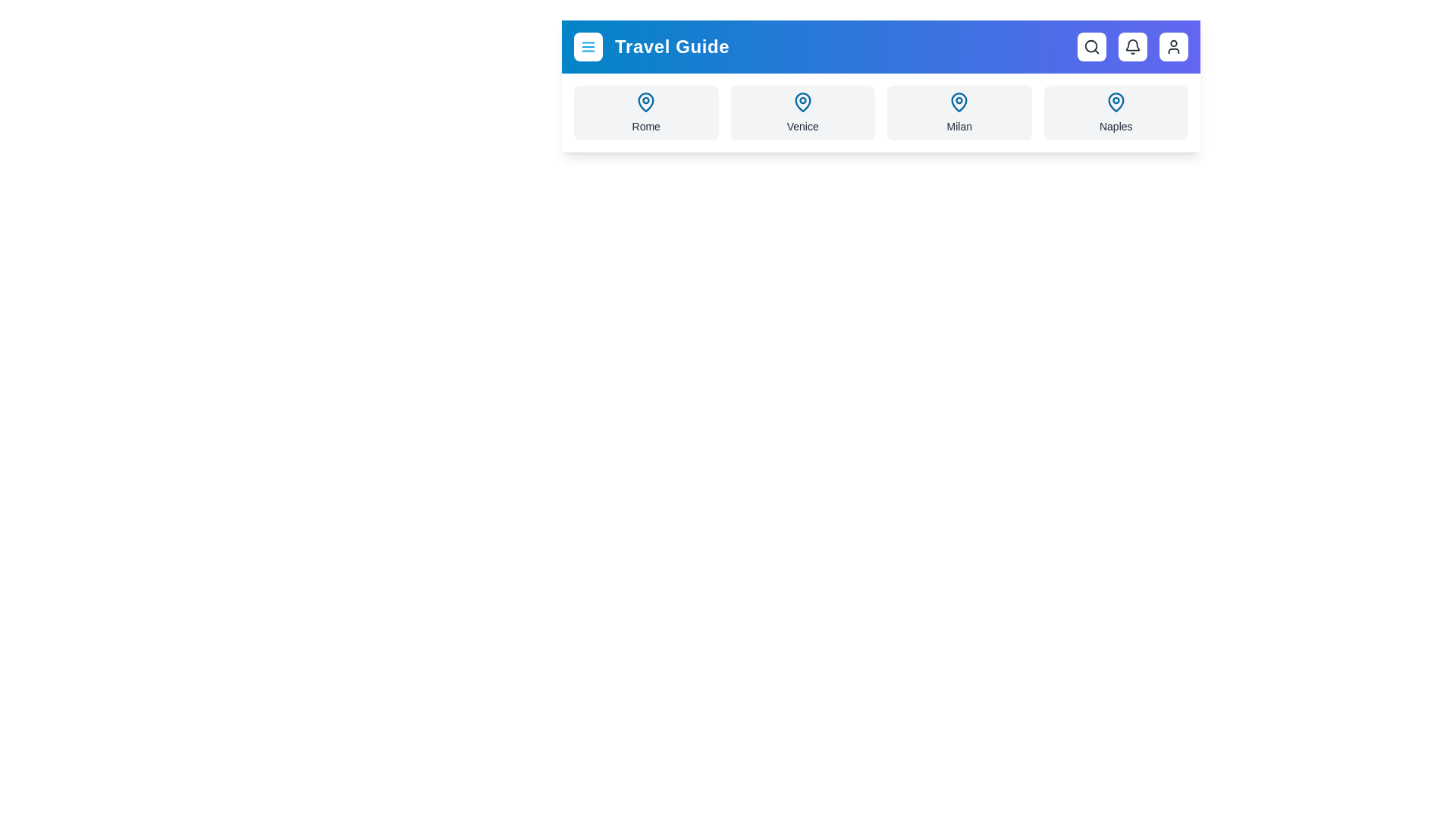 This screenshot has height=819, width=1456. I want to click on the map pin icon for Naples, so click(1116, 102).